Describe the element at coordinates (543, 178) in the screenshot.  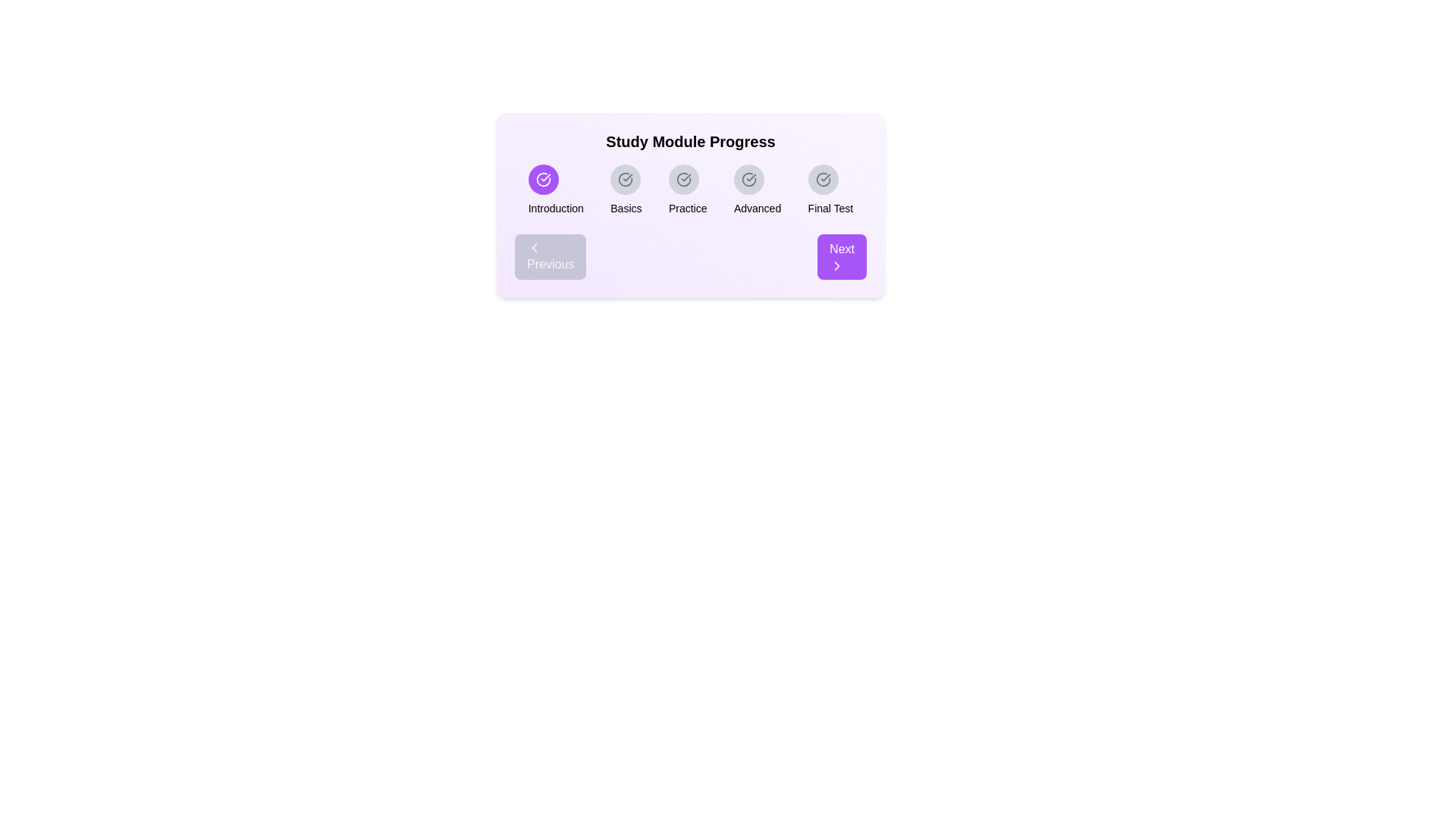
I see `the purple circular icon with a white checkmark symbol located in the top-left section of the 'Study Module Progress' interface, above the label 'Introduction'` at that location.